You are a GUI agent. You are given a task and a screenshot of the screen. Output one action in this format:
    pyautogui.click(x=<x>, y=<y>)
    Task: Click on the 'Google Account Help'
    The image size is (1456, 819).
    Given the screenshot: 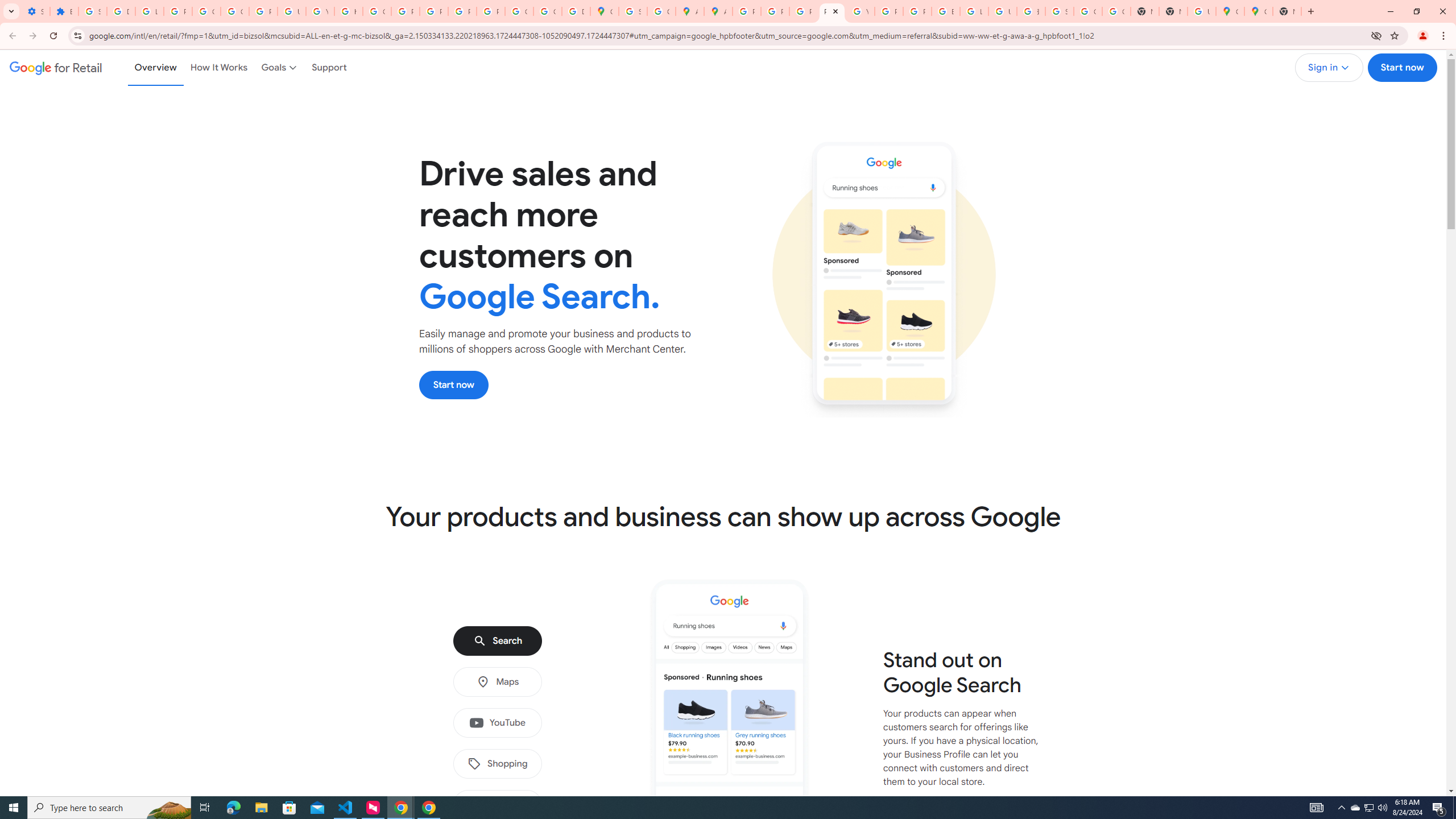 What is the action you would take?
    pyautogui.click(x=206, y=11)
    